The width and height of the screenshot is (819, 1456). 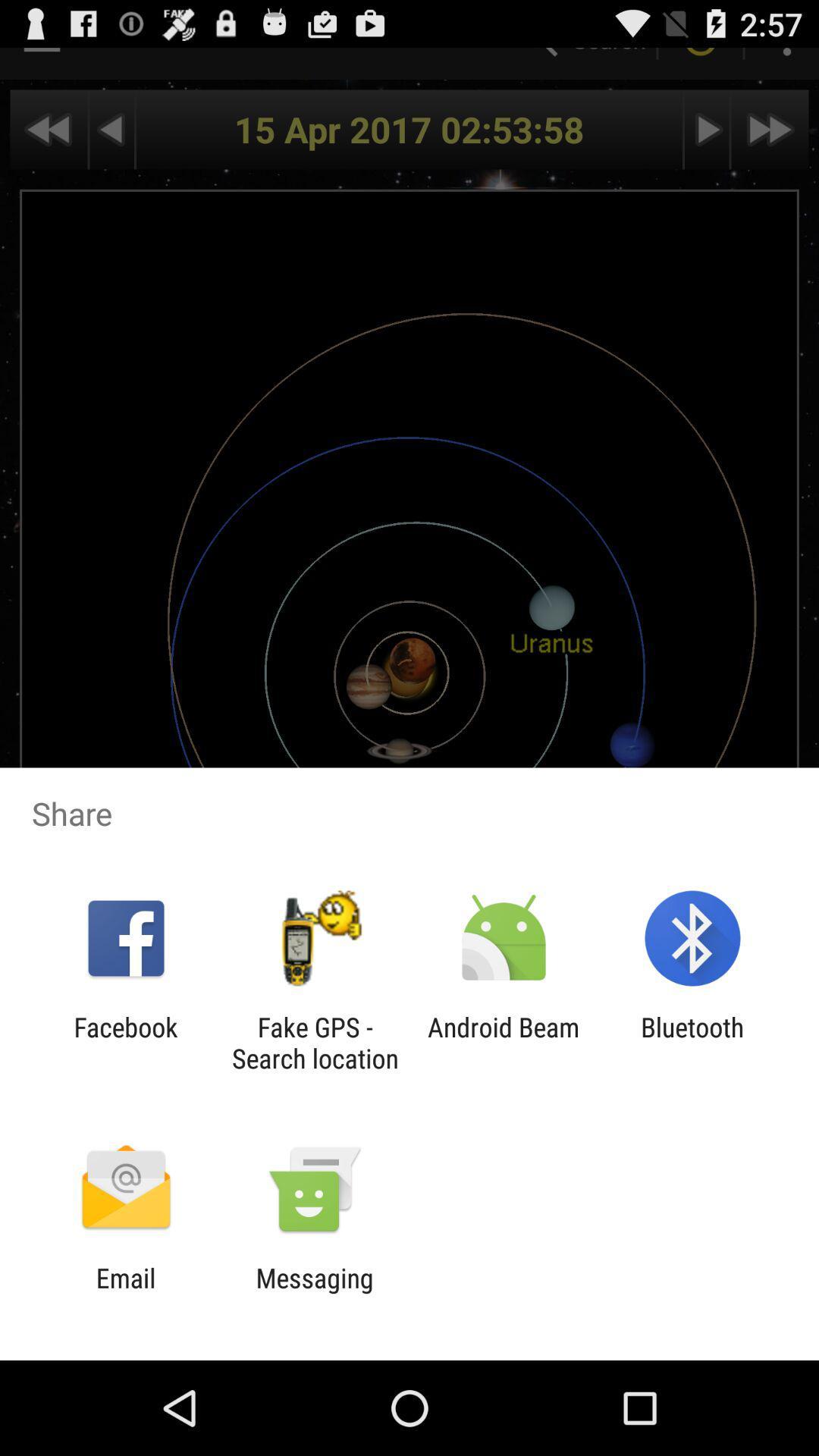 I want to click on app to the left of the messaging app, so click(x=125, y=1293).